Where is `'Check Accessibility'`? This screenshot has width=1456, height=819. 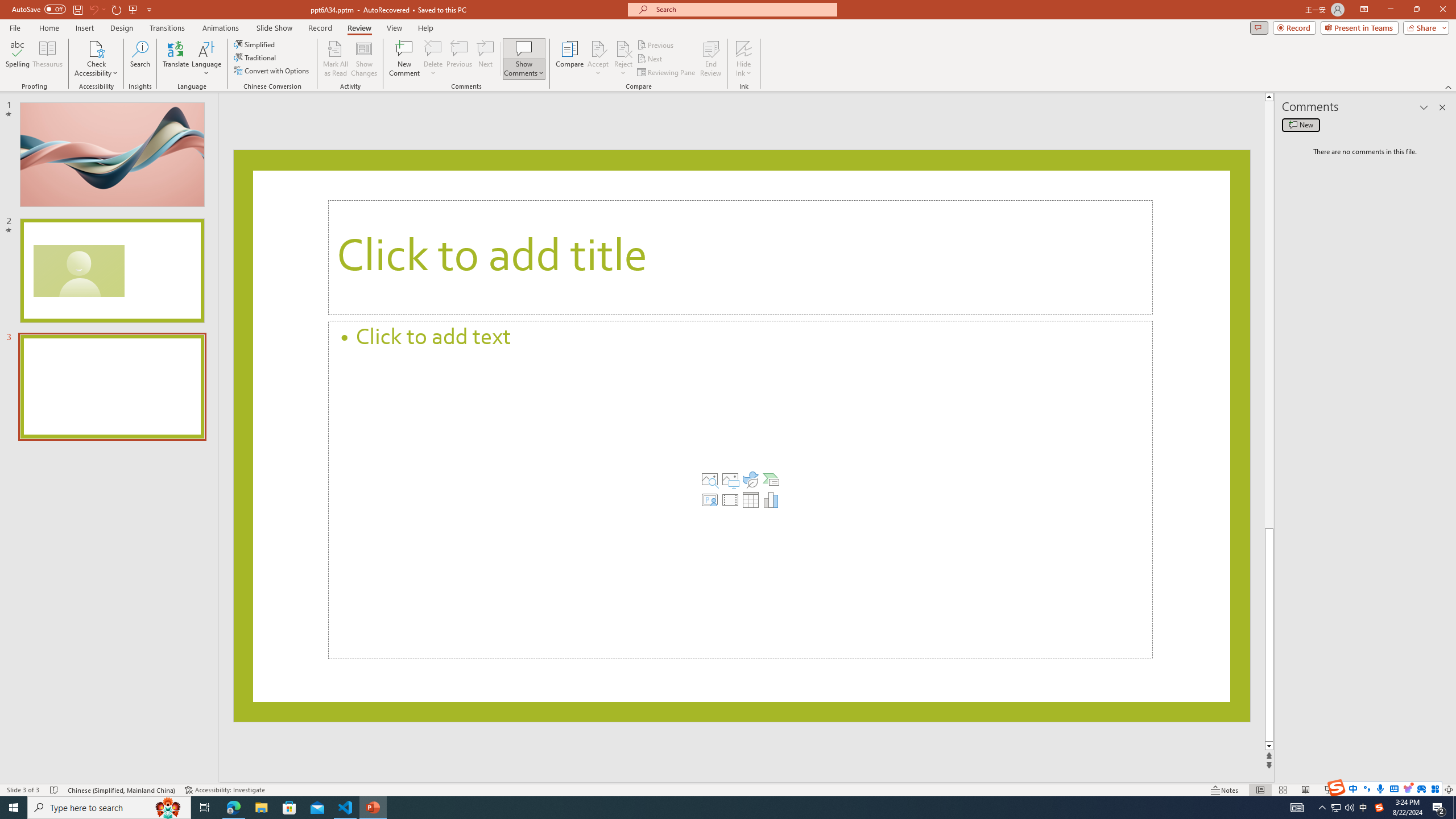 'Check Accessibility' is located at coordinates (95, 59).